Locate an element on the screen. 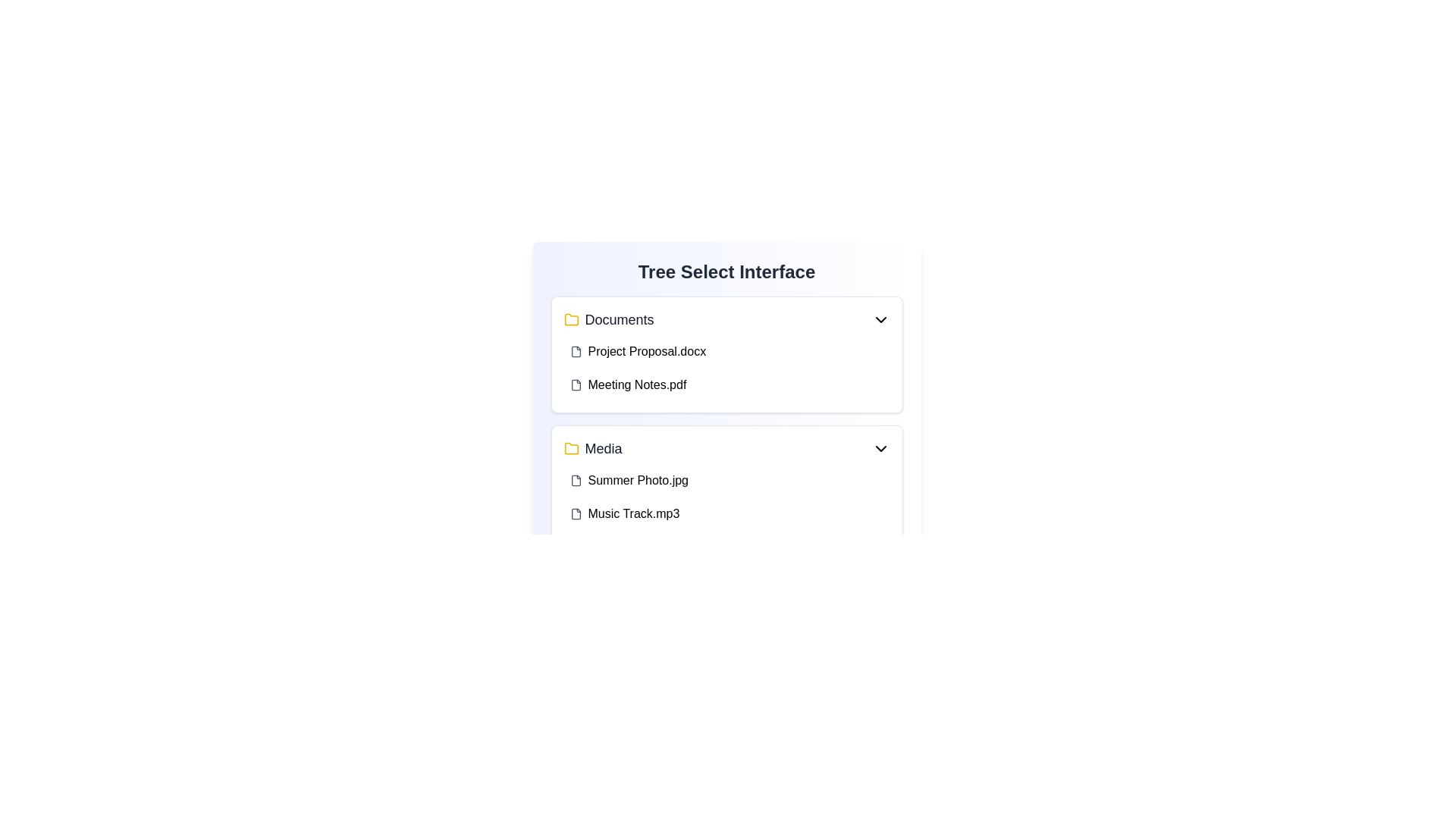  the second list item in the 'Documents' section that displays 'Meeting Notes.pdf' is located at coordinates (726, 384).